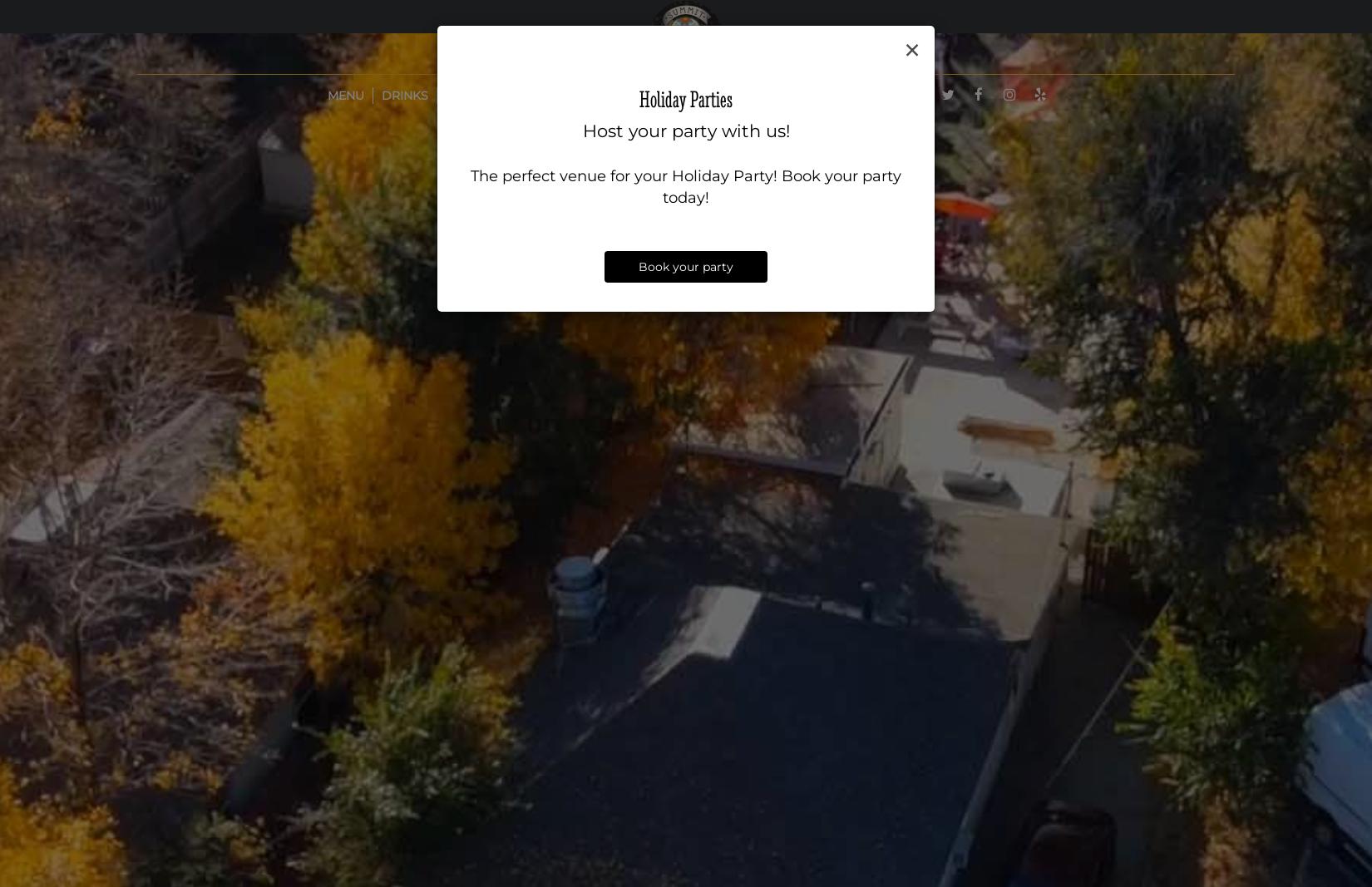 The image size is (1372, 887). I want to click on 'Book your party', so click(686, 266).